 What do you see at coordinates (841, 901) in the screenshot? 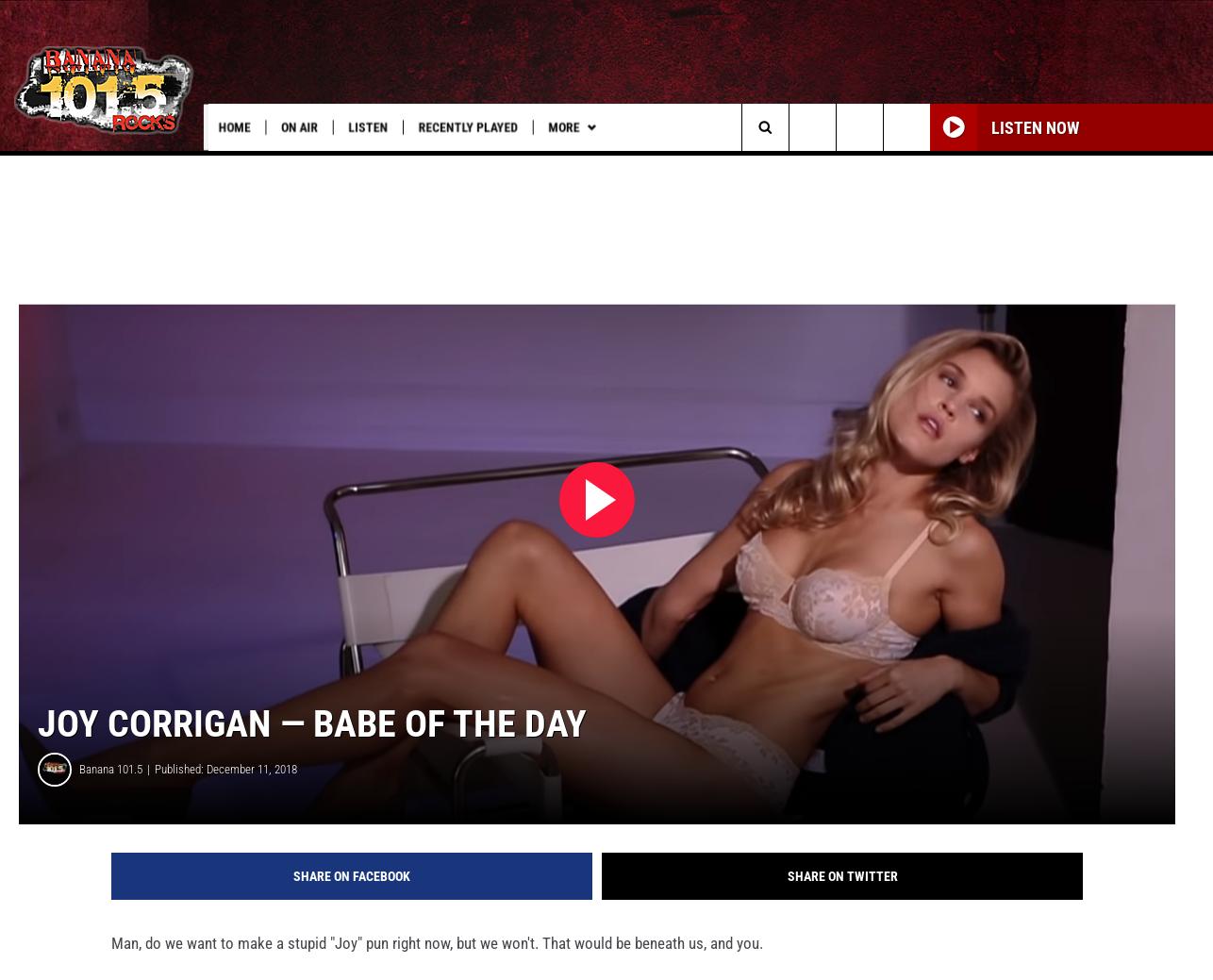
I see `'Share on Twitter'` at bounding box center [841, 901].